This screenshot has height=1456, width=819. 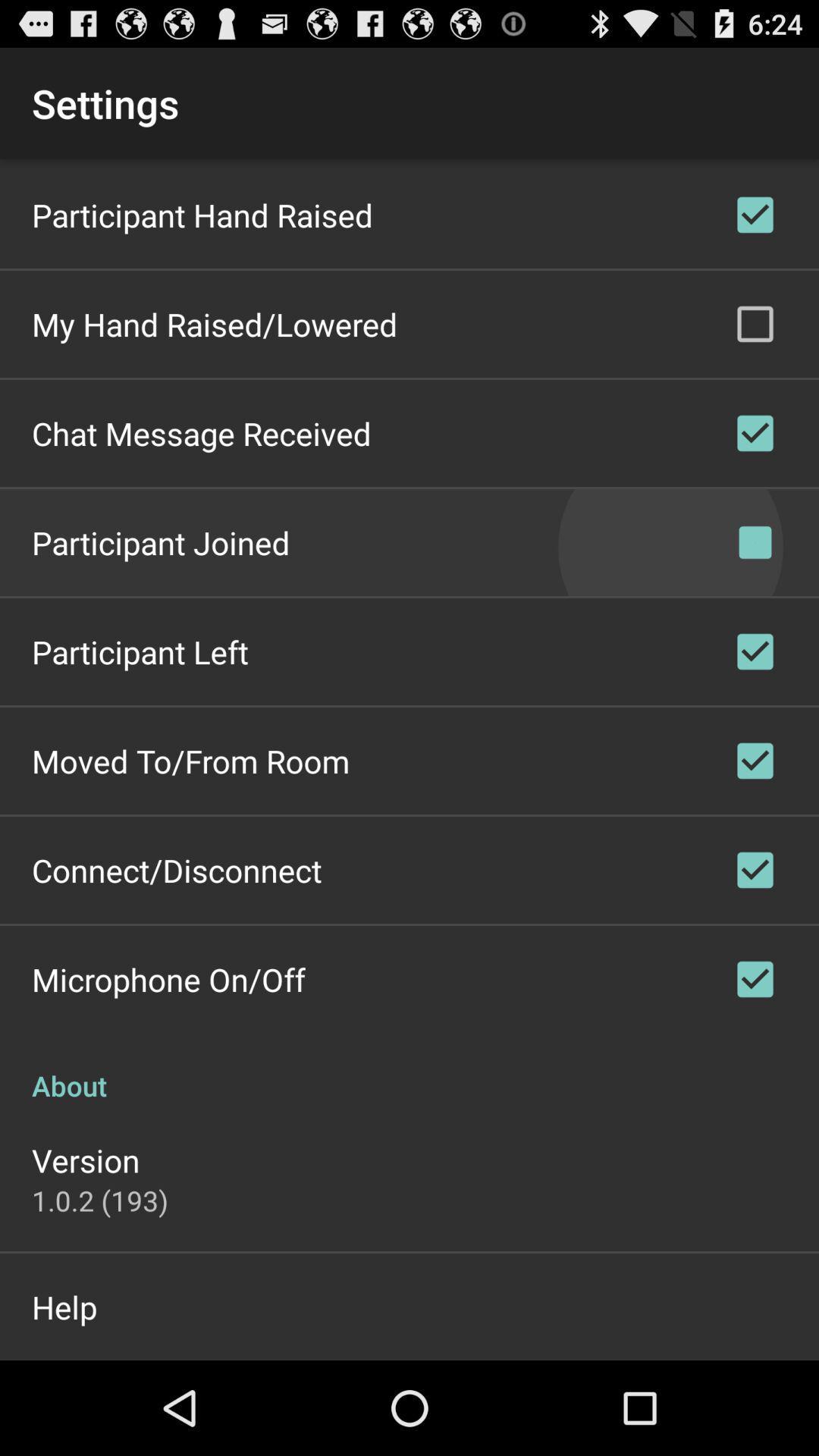 What do you see at coordinates (86, 1159) in the screenshot?
I see `app below about icon` at bounding box center [86, 1159].